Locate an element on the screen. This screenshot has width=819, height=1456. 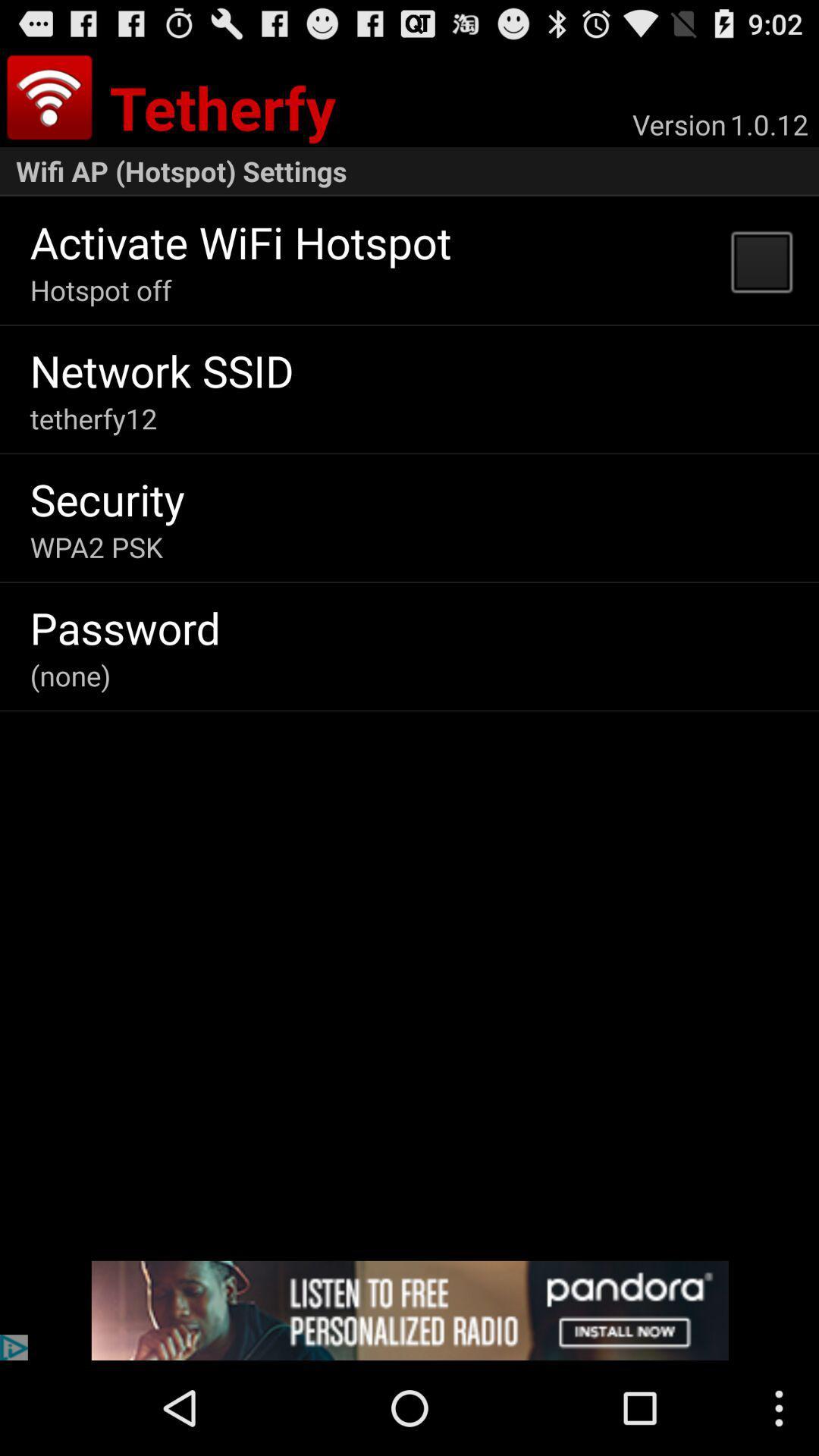
the wpa2 psk item is located at coordinates (96, 546).